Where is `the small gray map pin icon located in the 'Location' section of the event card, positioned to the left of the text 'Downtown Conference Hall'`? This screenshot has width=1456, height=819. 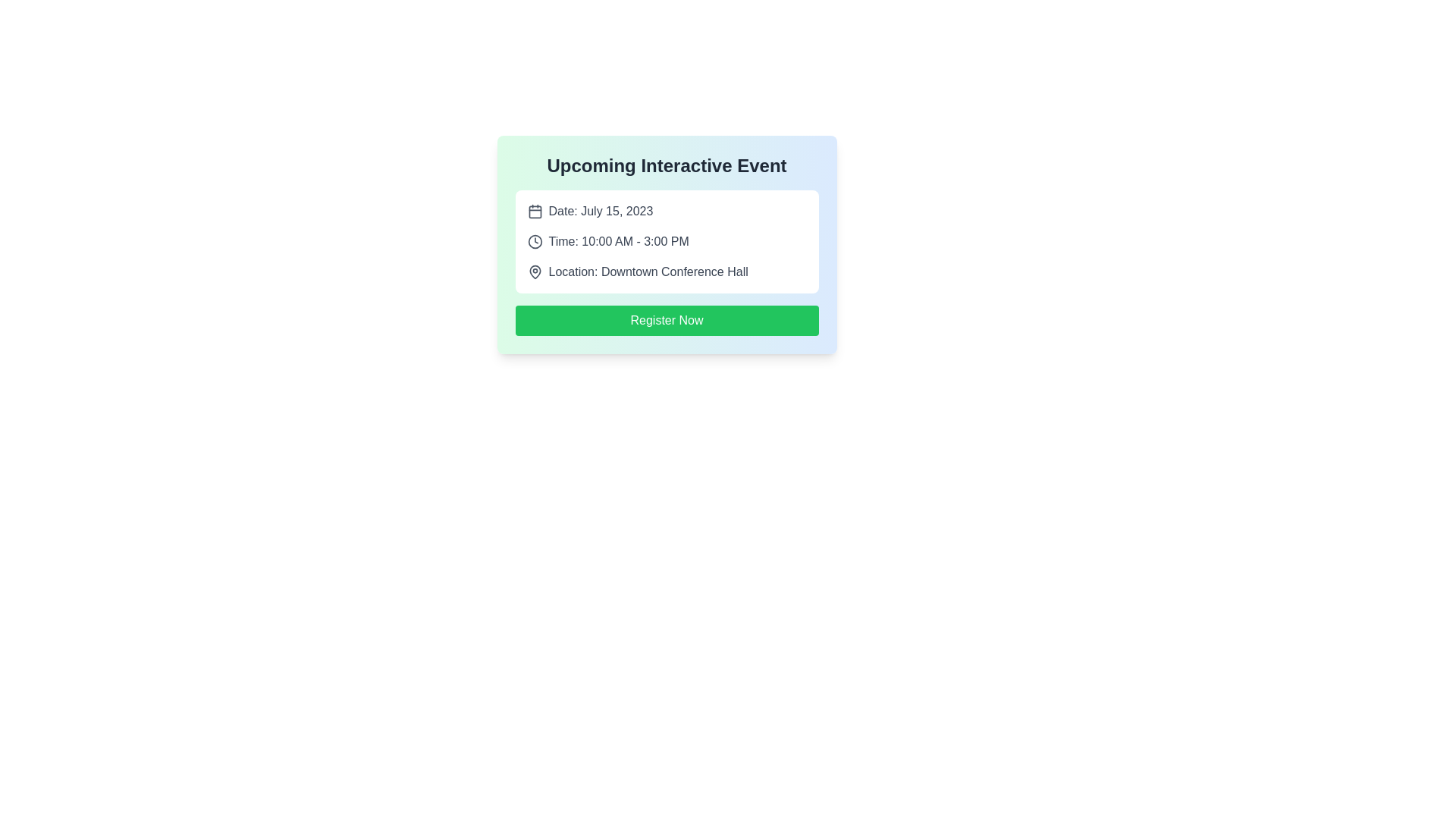 the small gray map pin icon located in the 'Location' section of the event card, positioned to the left of the text 'Downtown Conference Hall' is located at coordinates (535, 271).